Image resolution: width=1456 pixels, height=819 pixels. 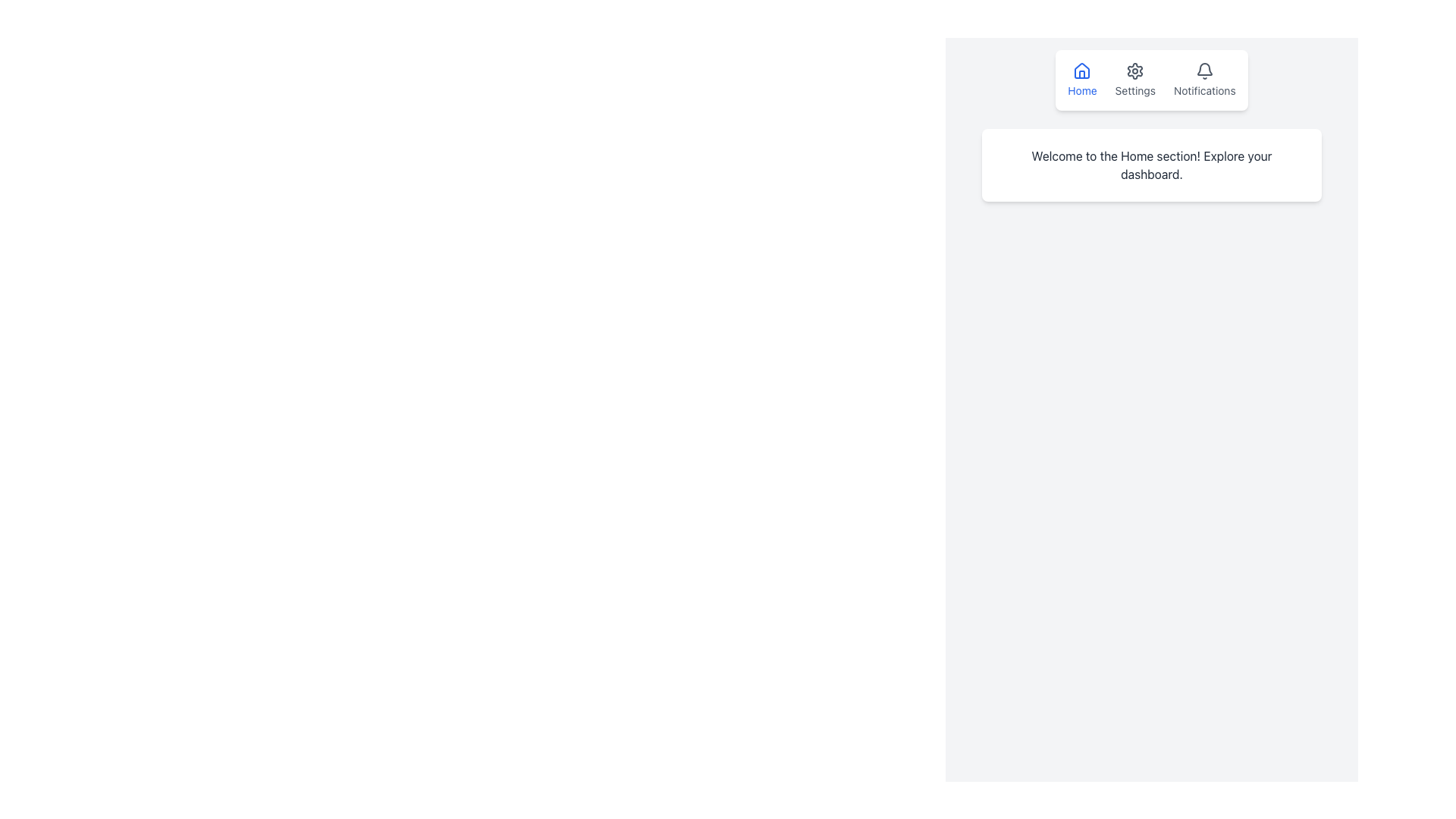 I want to click on the settings icon button located in the horizontal navigation bar at the top of the application layout, so click(x=1135, y=71).